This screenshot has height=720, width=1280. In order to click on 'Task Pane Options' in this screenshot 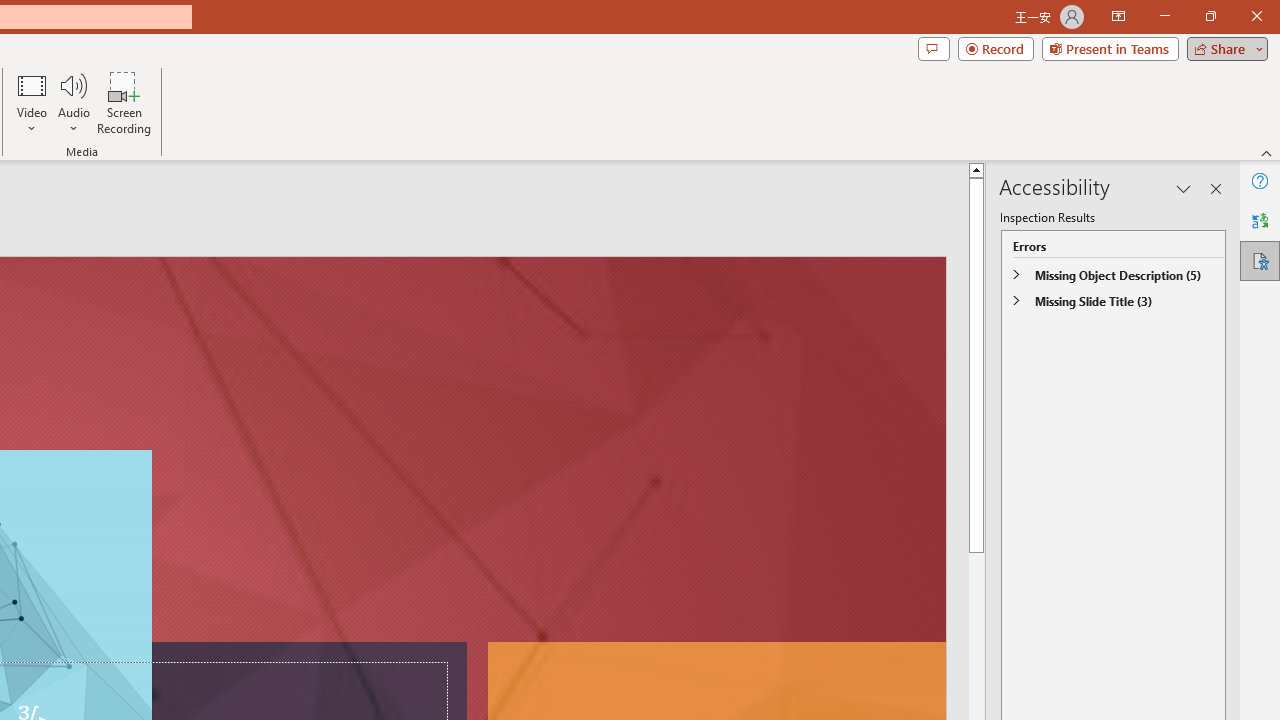, I will do `click(1184, 189)`.